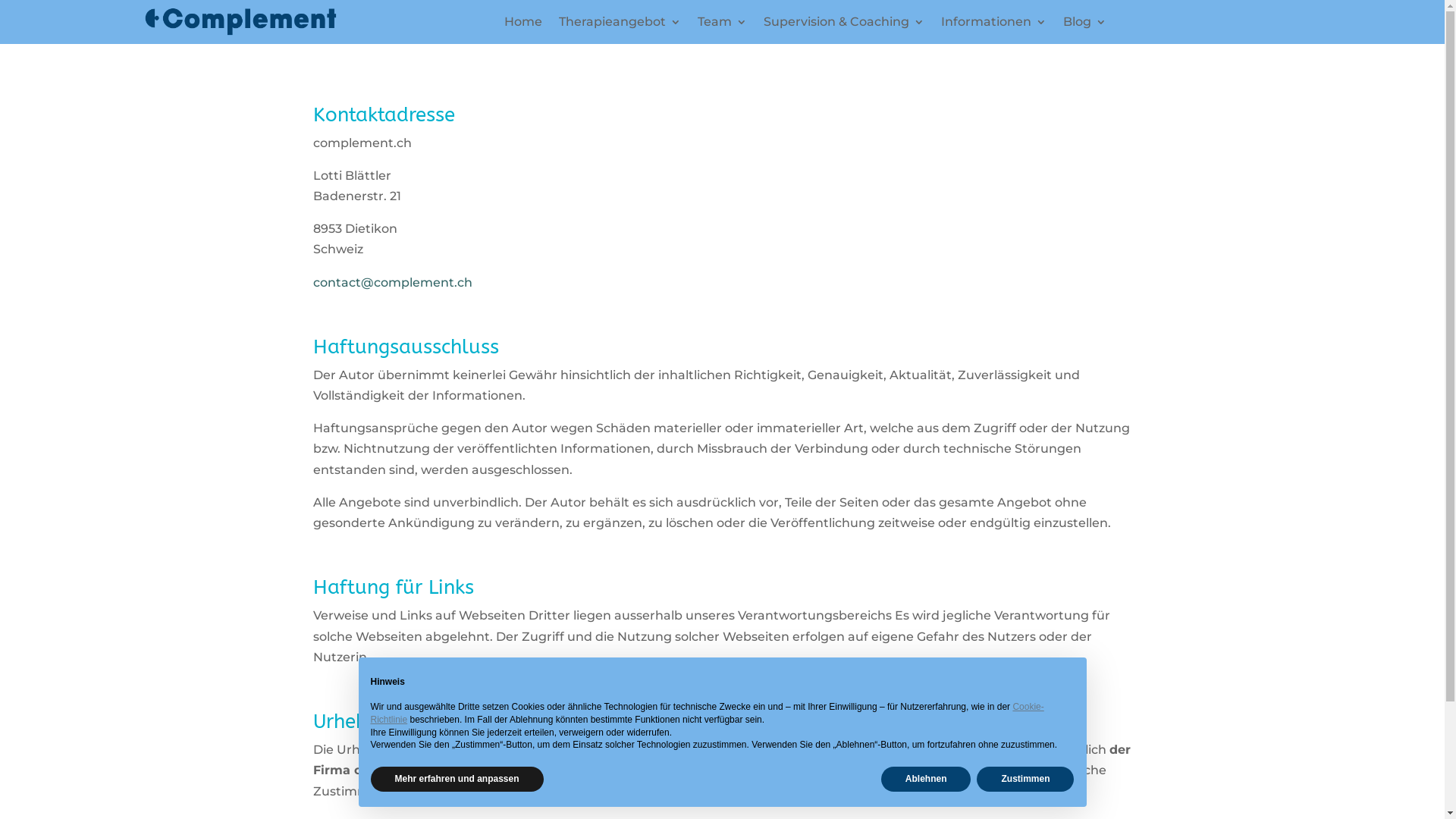  I want to click on 'contact@complement.ch', so click(392, 282).